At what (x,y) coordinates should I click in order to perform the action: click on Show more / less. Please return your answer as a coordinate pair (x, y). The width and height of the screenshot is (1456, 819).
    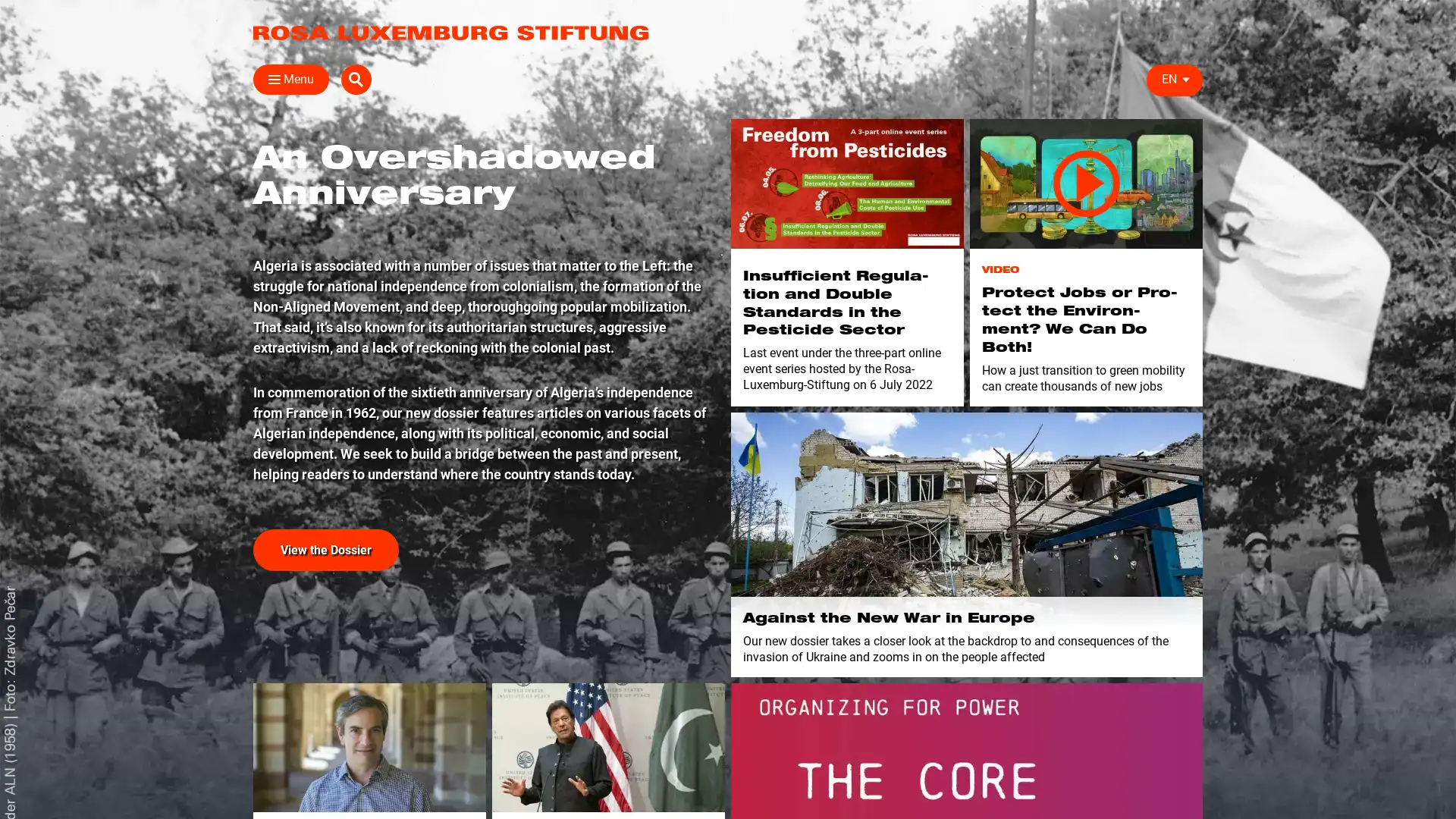
    Looking at the image, I should click on (483, 299).